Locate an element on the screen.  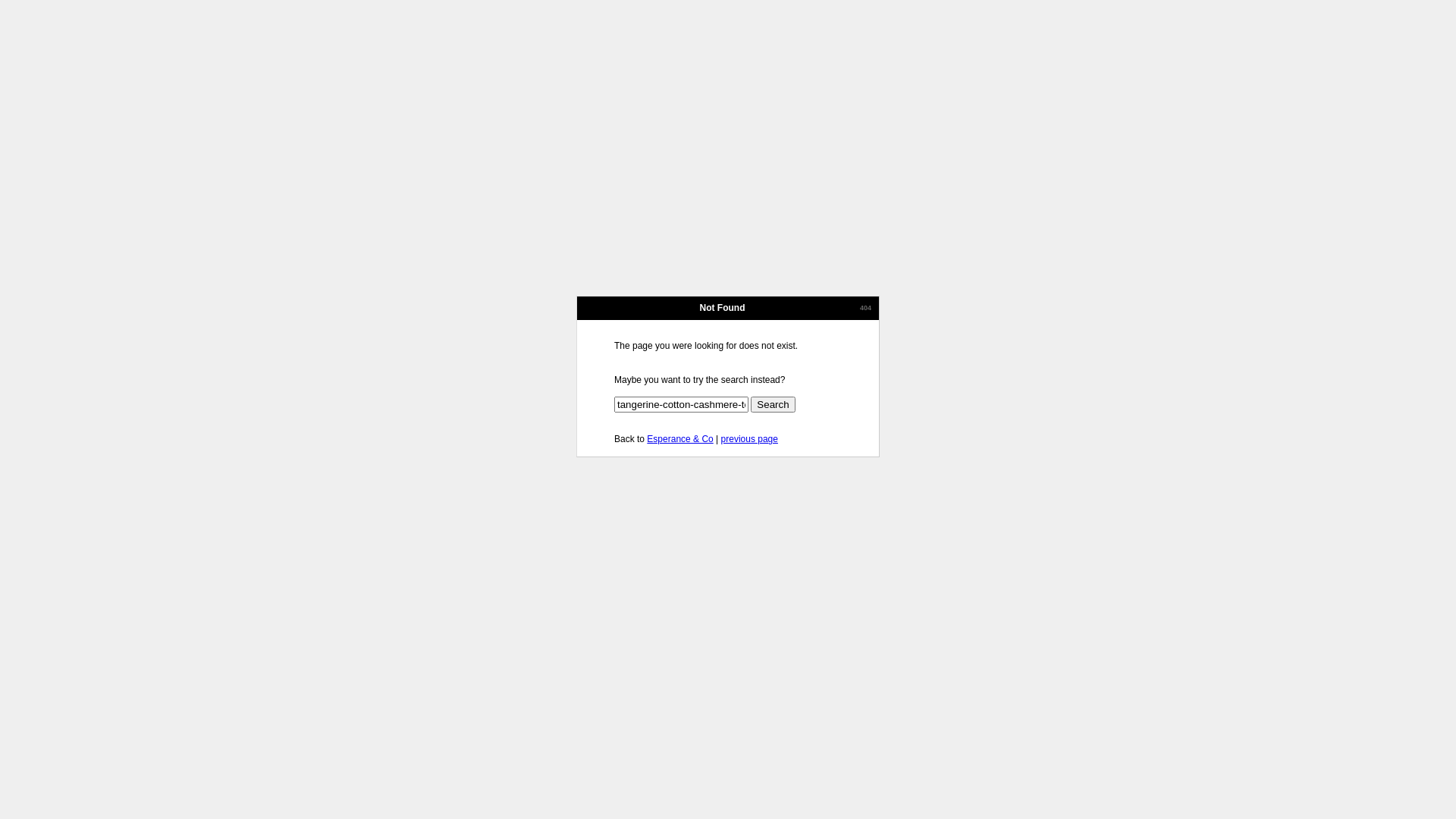
'previous page' is located at coordinates (749, 438).